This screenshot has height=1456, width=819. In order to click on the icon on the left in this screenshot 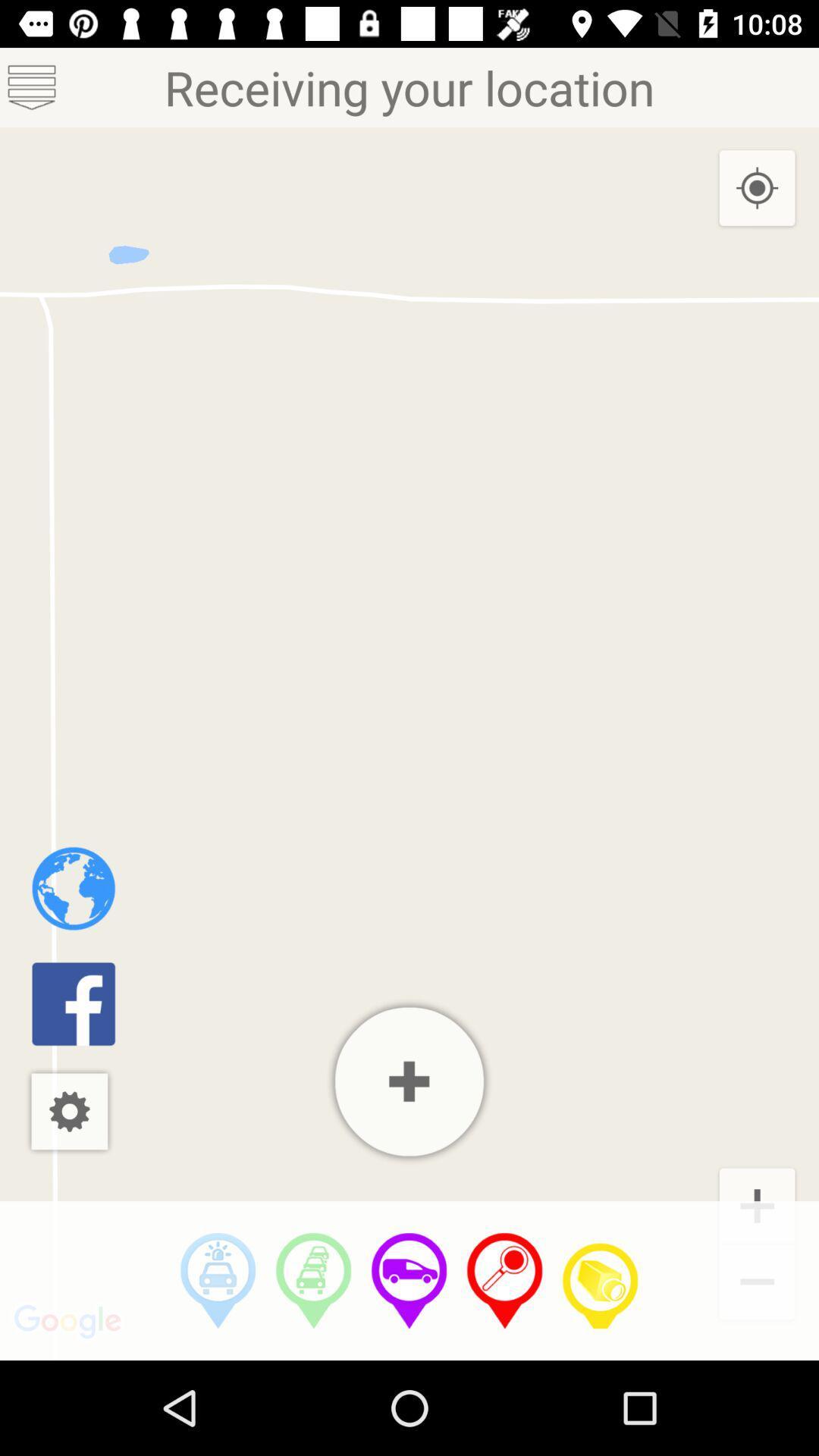, I will do `click(74, 888)`.